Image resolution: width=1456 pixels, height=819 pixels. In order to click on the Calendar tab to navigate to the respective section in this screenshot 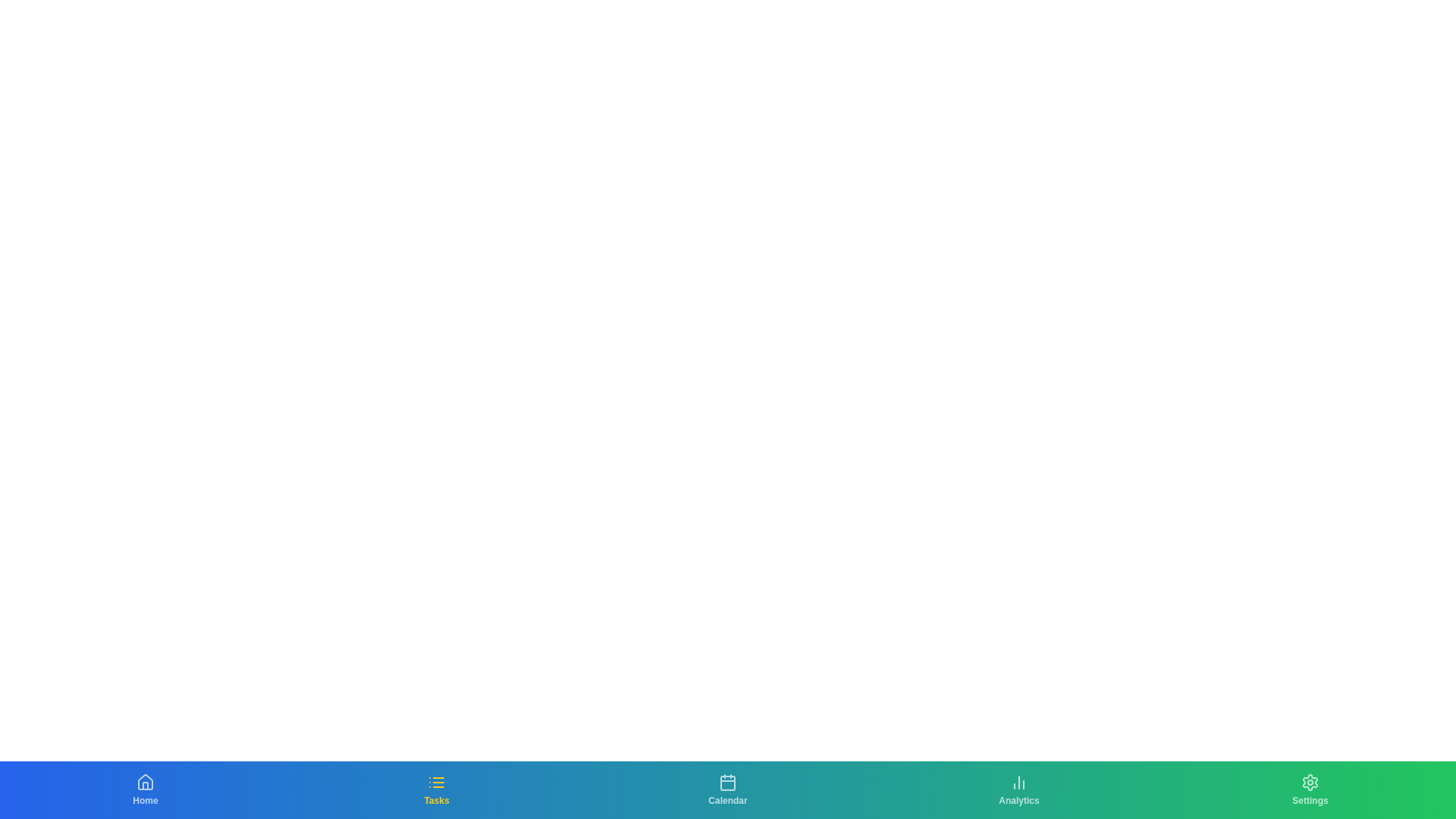, I will do `click(728, 789)`.